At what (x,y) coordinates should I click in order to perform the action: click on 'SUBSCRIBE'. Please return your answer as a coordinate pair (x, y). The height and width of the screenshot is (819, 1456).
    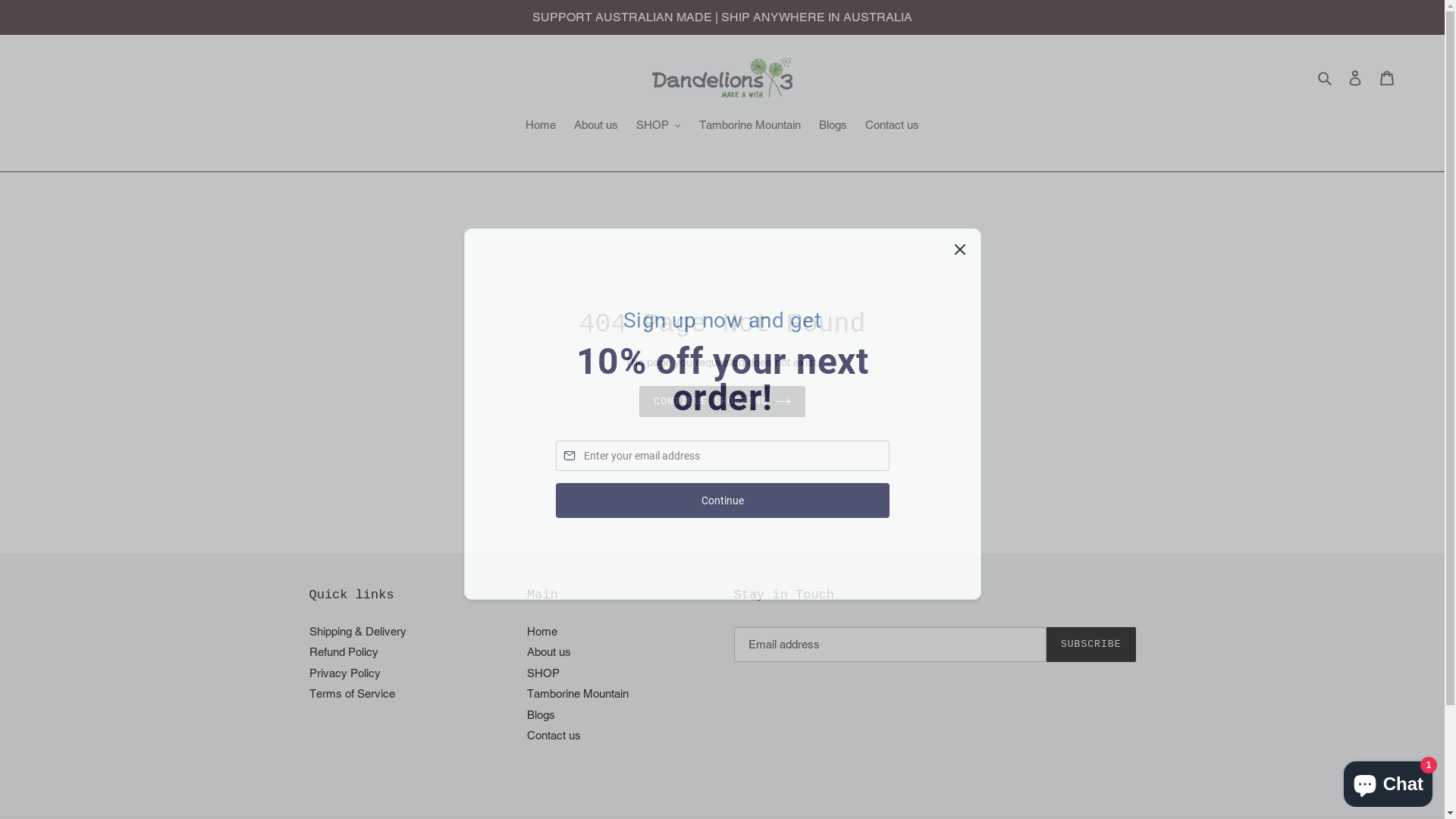
    Looking at the image, I should click on (1090, 644).